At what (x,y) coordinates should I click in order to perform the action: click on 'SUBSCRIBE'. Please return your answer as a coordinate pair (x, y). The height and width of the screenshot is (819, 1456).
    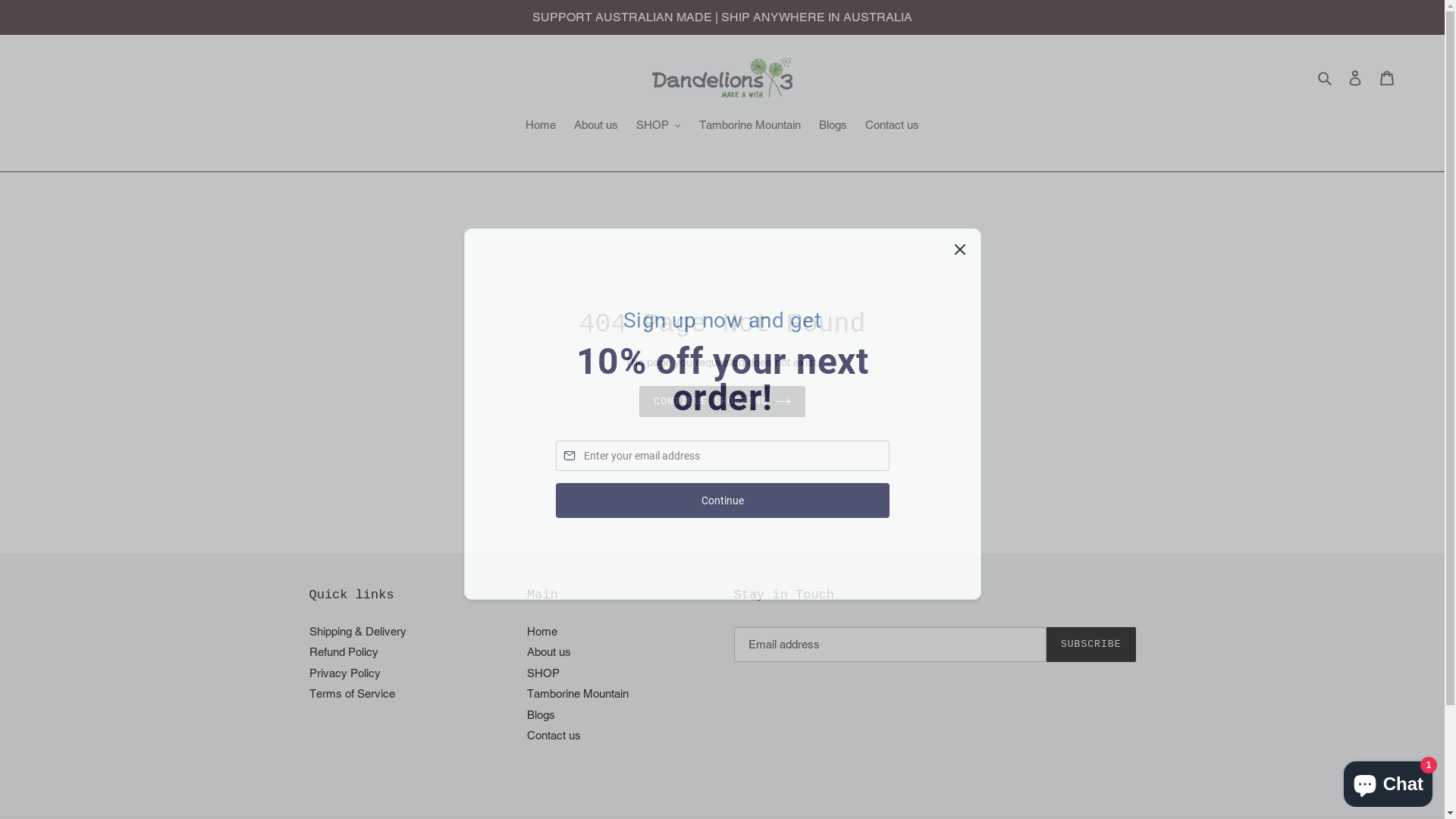
    Looking at the image, I should click on (1090, 644).